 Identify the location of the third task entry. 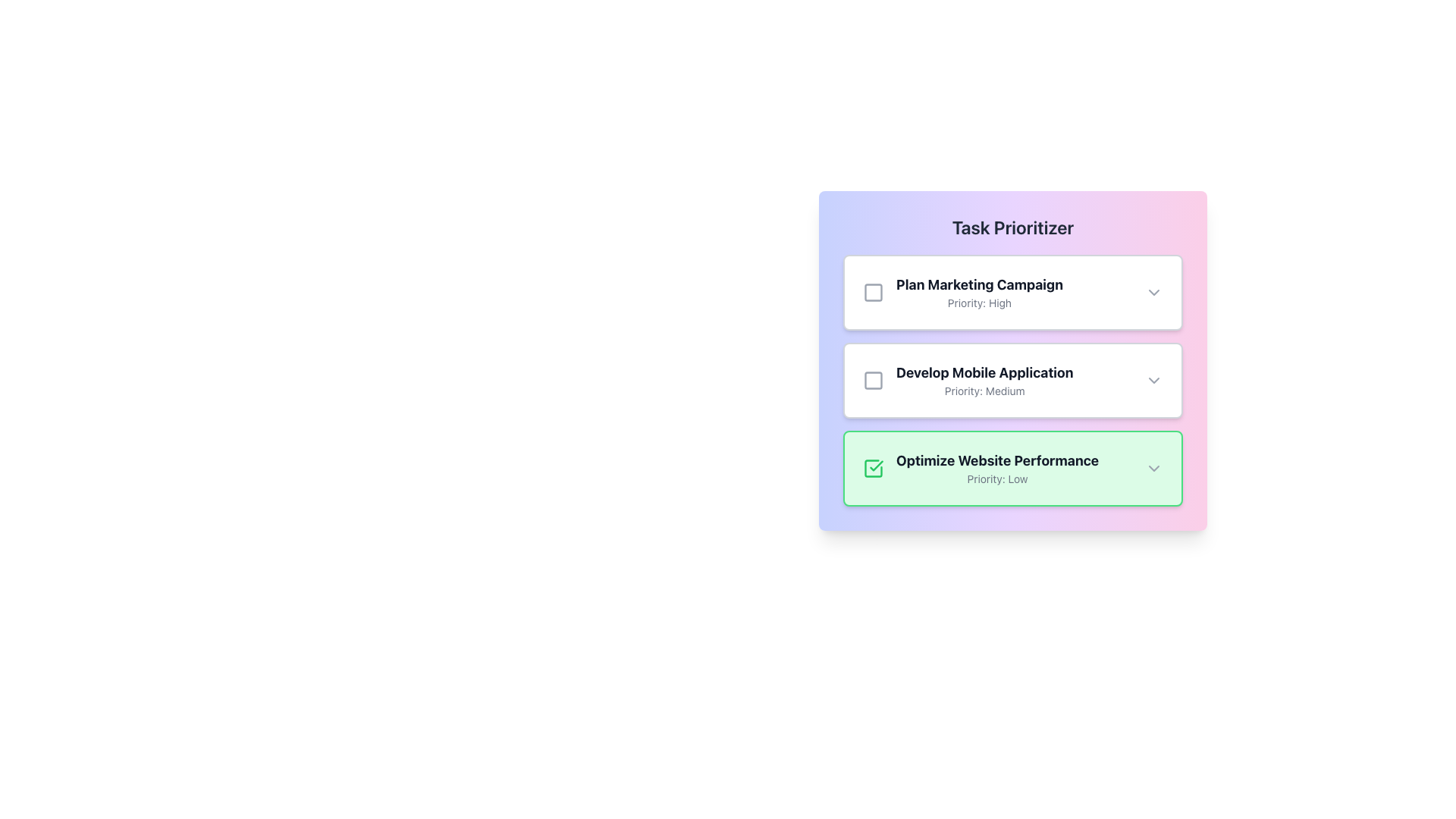
(1004, 467).